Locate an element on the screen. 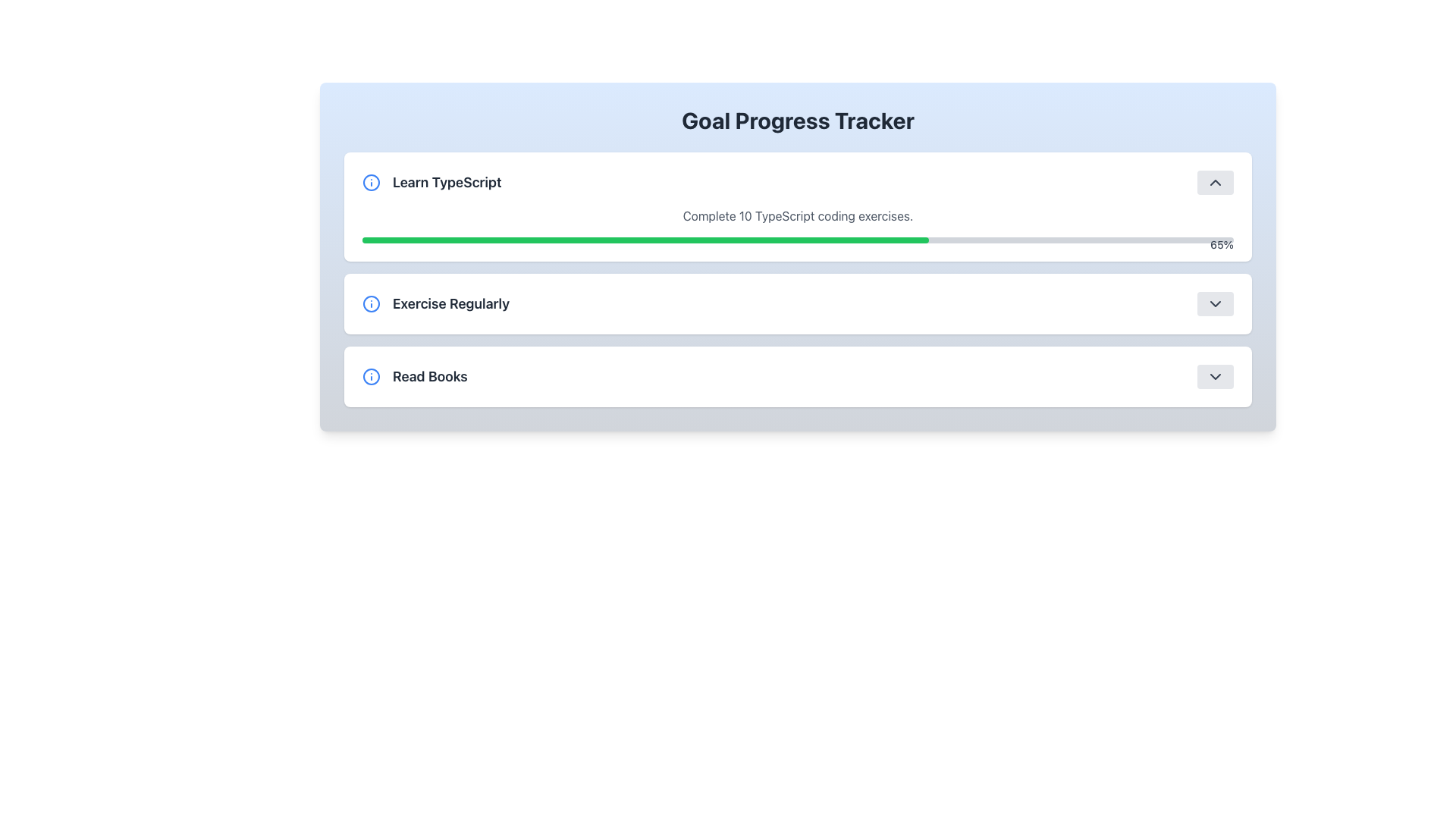 The height and width of the screenshot is (819, 1456). the text label displaying '65%' located at the top-right corner of the green progress bar is located at coordinates (1222, 244).